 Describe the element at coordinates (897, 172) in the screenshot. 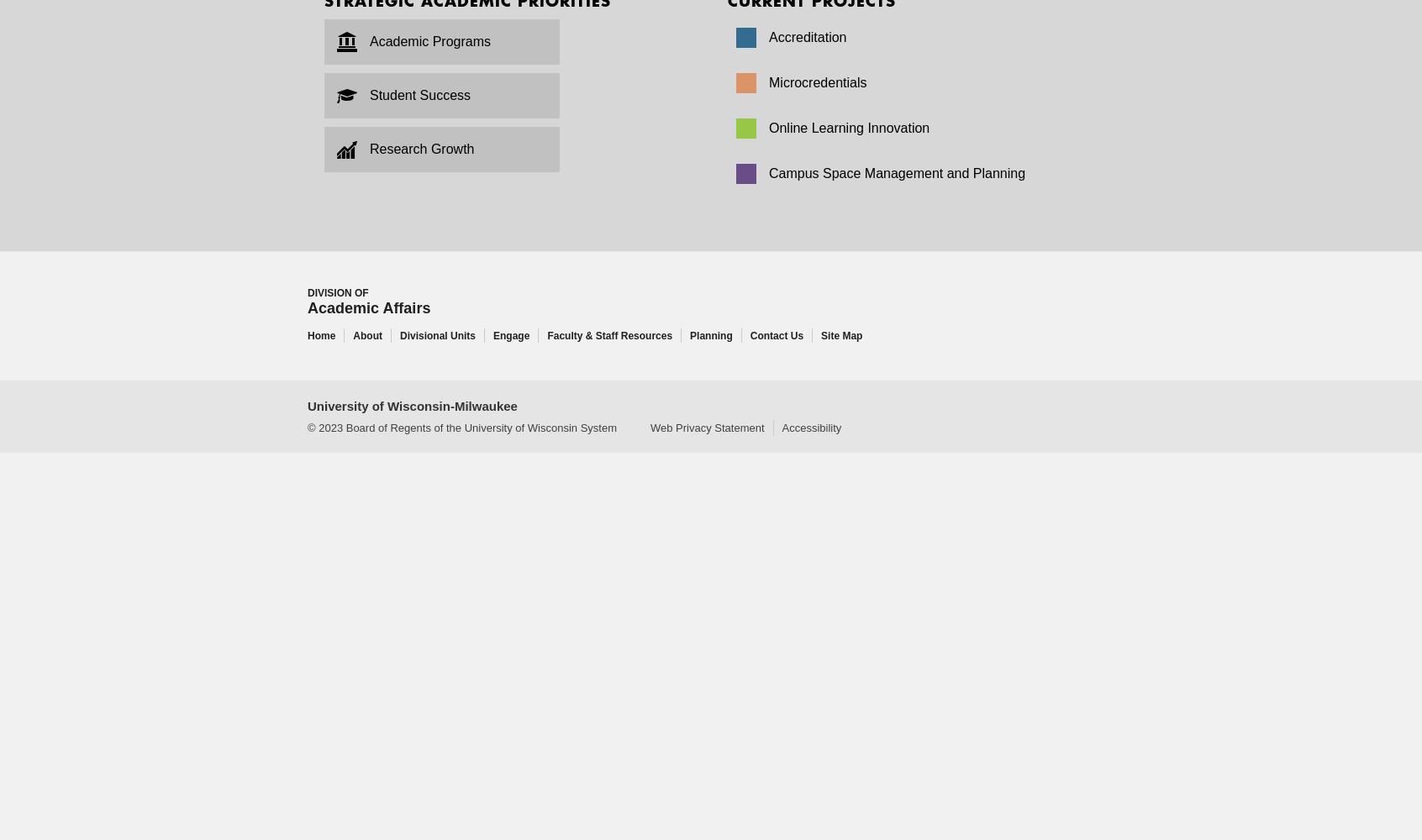

I see `'Campus Space Management and Planning'` at that location.